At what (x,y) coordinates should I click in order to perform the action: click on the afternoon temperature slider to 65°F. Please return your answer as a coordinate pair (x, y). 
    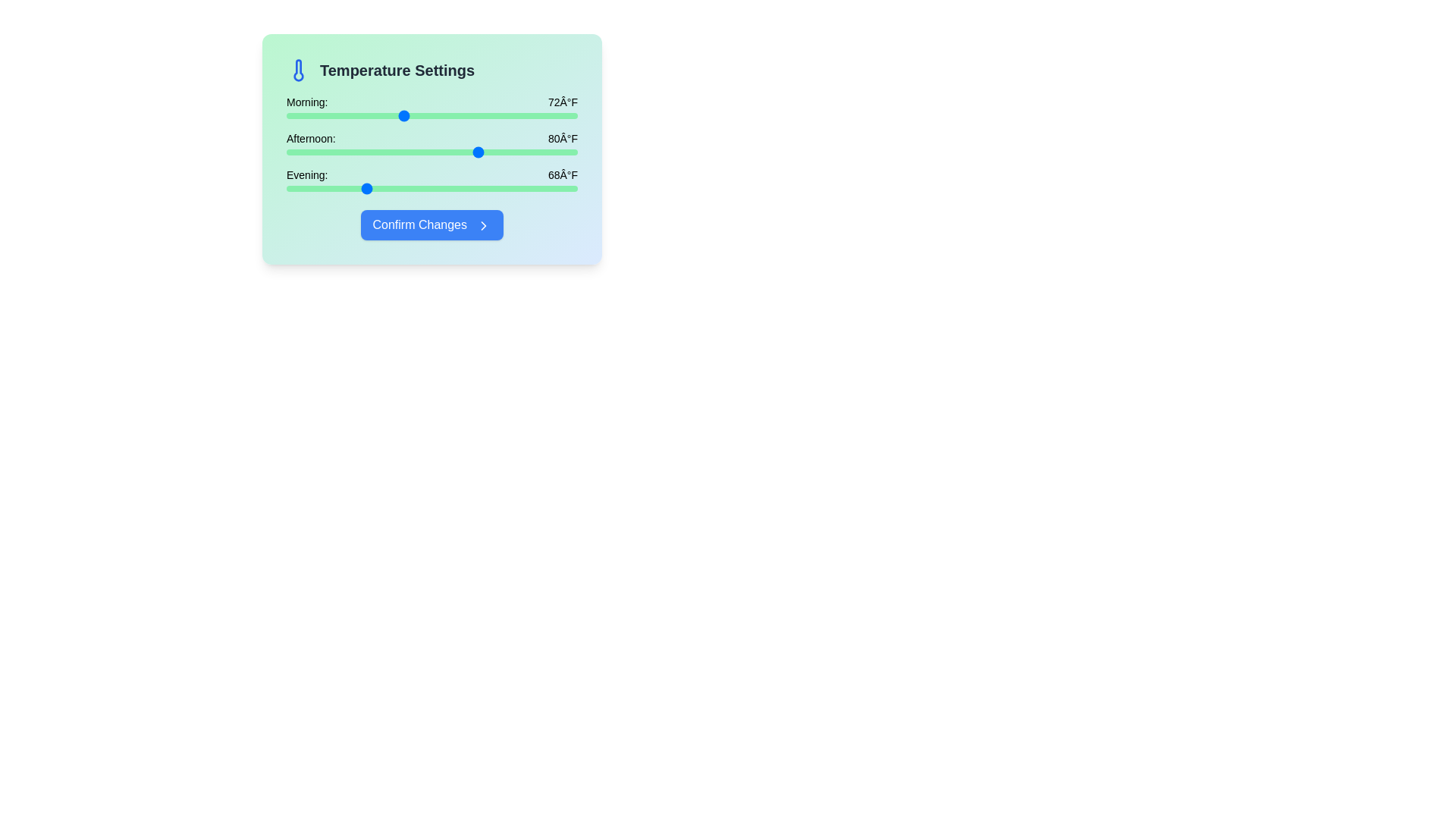
    Looking at the image, I should click on (334, 152).